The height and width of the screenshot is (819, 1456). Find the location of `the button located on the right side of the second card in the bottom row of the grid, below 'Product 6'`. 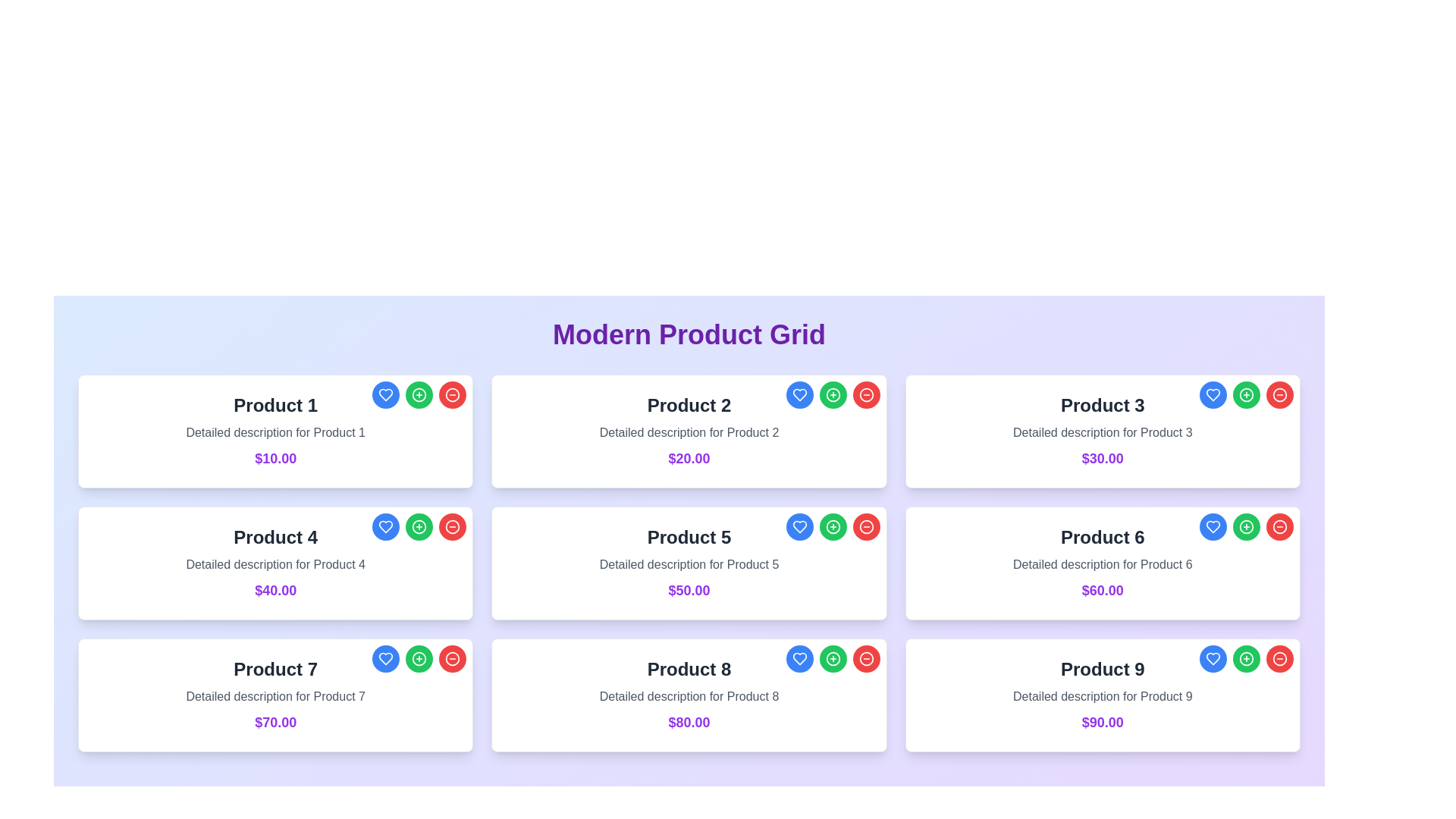

the button located on the right side of the second card in the bottom row of the grid, below 'Product 6' is located at coordinates (1246, 526).